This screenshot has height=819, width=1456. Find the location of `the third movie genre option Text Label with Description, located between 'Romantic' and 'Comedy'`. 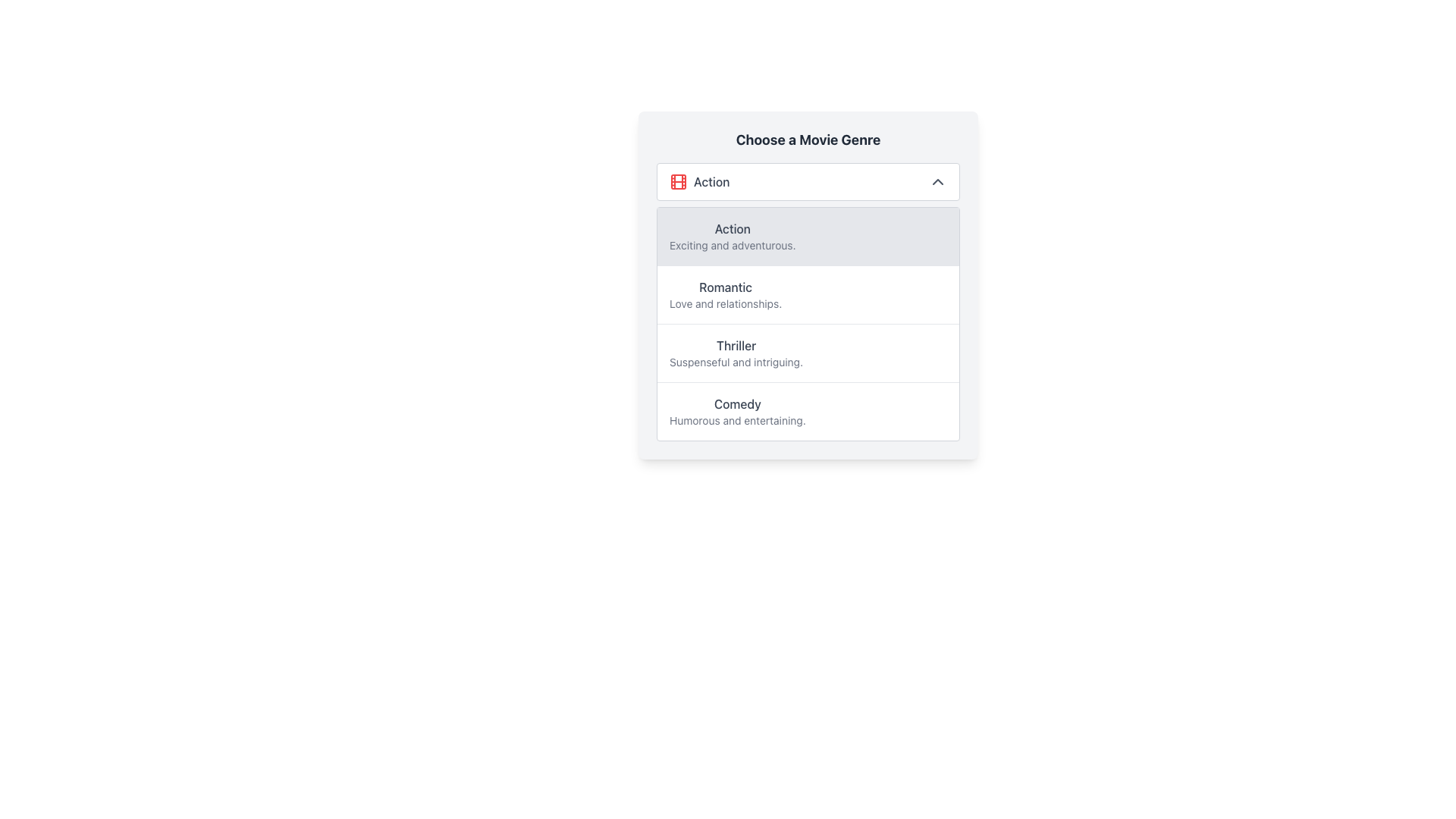

the third movie genre option Text Label with Description, located between 'Romantic' and 'Comedy' is located at coordinates (736, 353).